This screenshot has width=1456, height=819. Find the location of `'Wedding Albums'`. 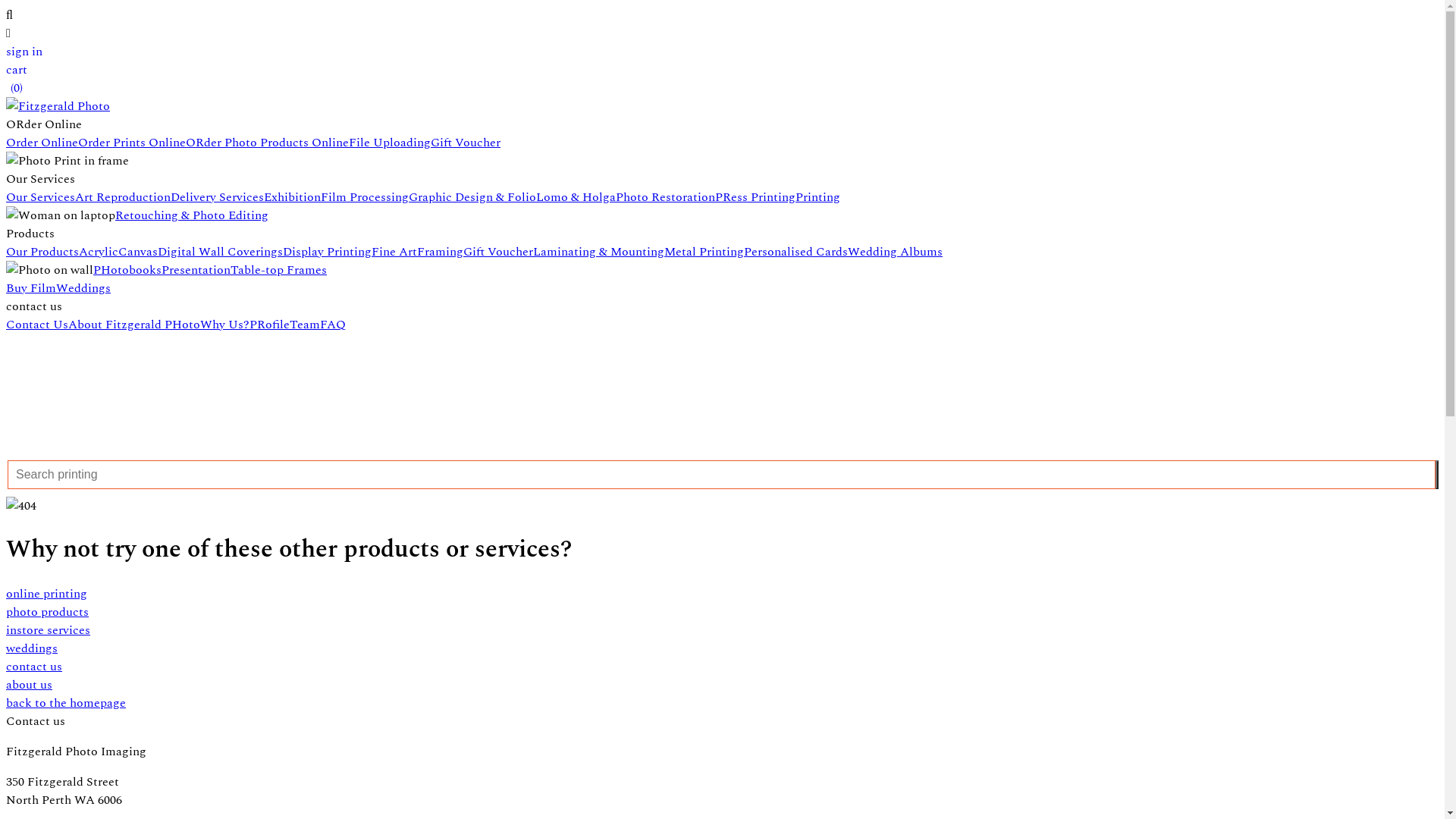

'Wedding Albums' is located at coordinates (895, 250).